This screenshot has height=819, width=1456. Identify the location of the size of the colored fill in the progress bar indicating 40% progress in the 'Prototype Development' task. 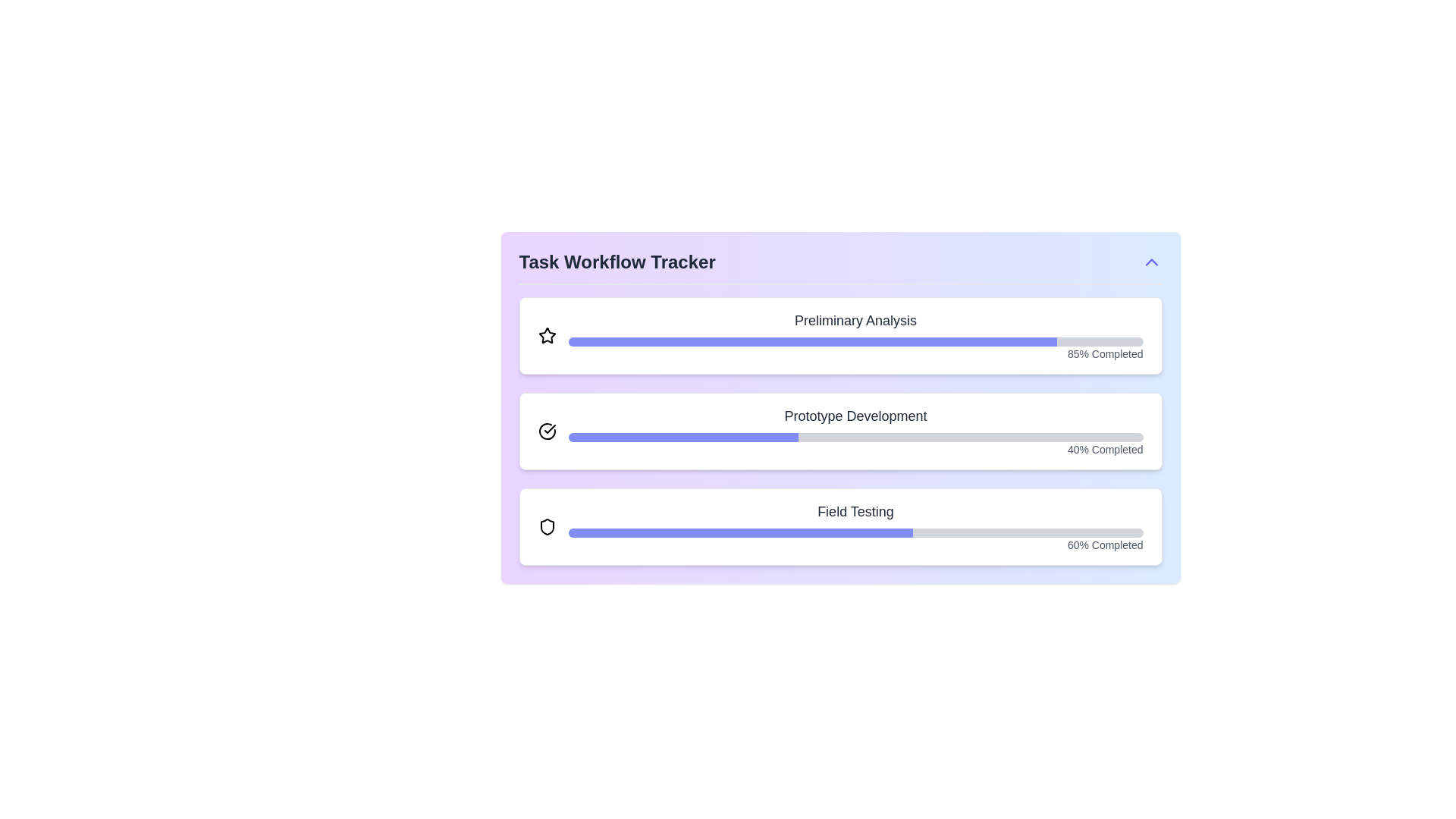
(682, 438).